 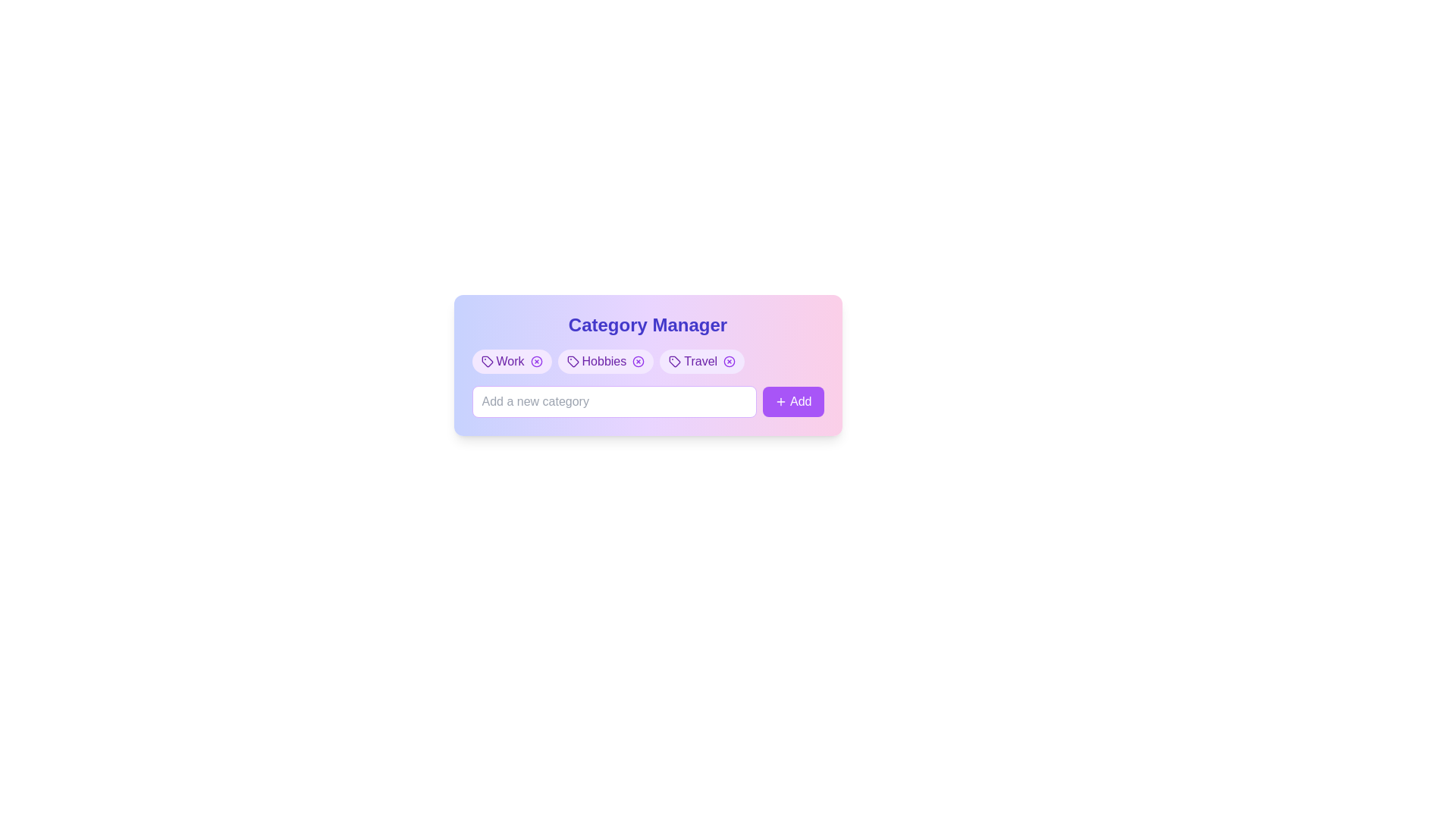 I want to click on the 'Work' text label within the tag component to initiate interactions such as removal or modification, so click(x=510, y=362).